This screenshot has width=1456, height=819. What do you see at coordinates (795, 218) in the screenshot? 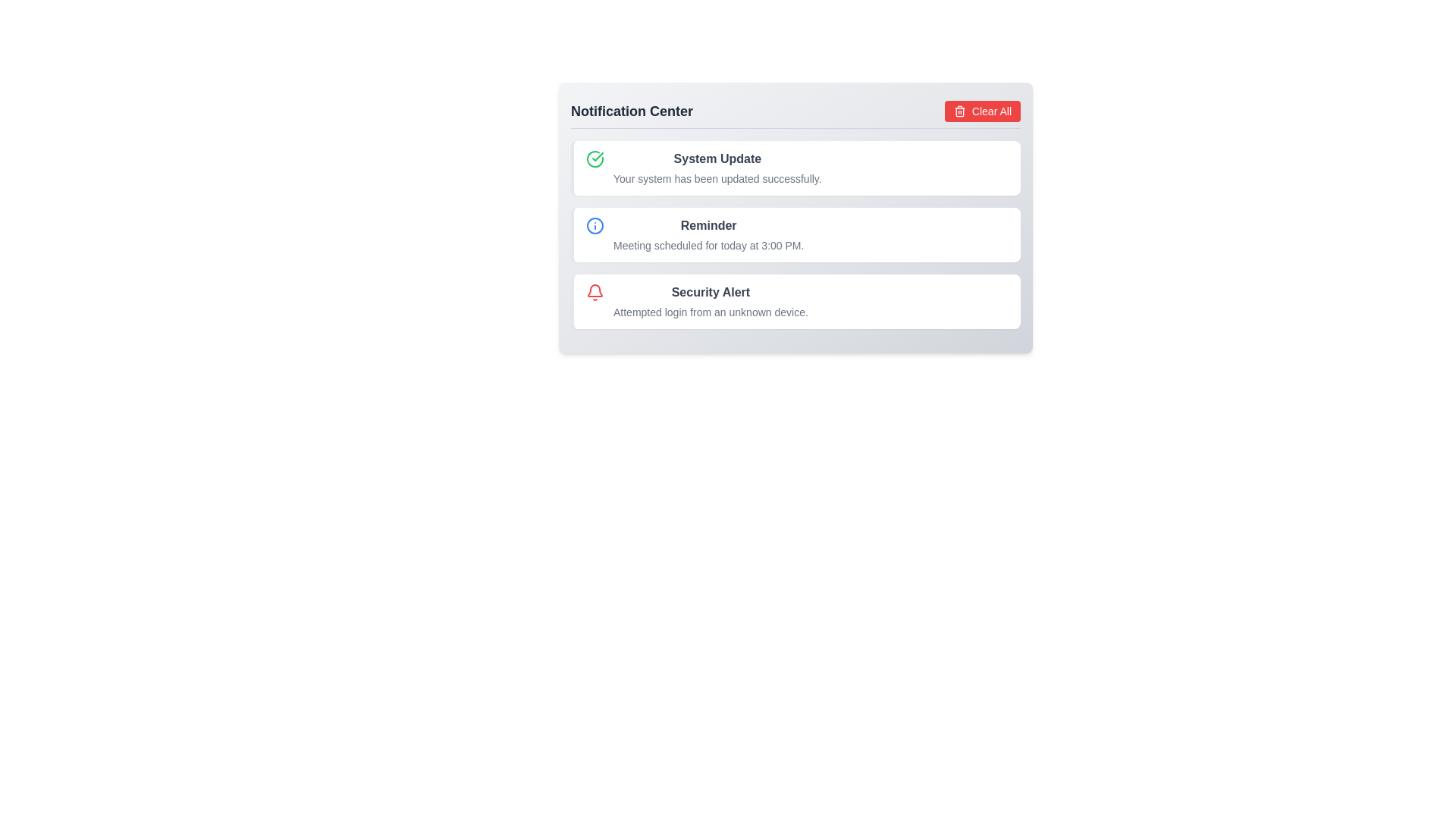
I see `the 'Reminder' notification` at bounding box center [795, 218].